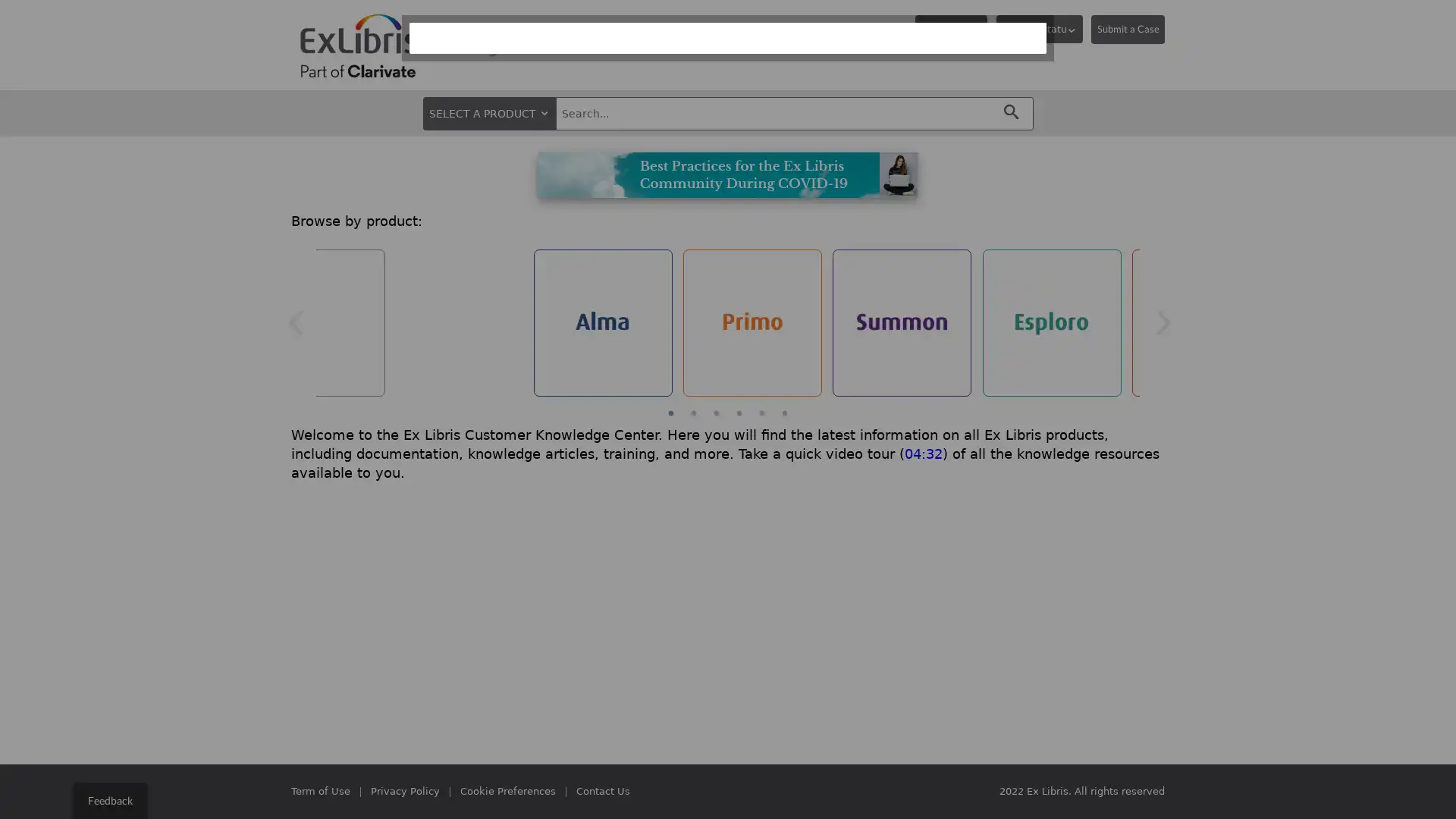  What do you see at coordinates (785, 413) in the screenshot?
I see `6` at bounding box center [785, 413].